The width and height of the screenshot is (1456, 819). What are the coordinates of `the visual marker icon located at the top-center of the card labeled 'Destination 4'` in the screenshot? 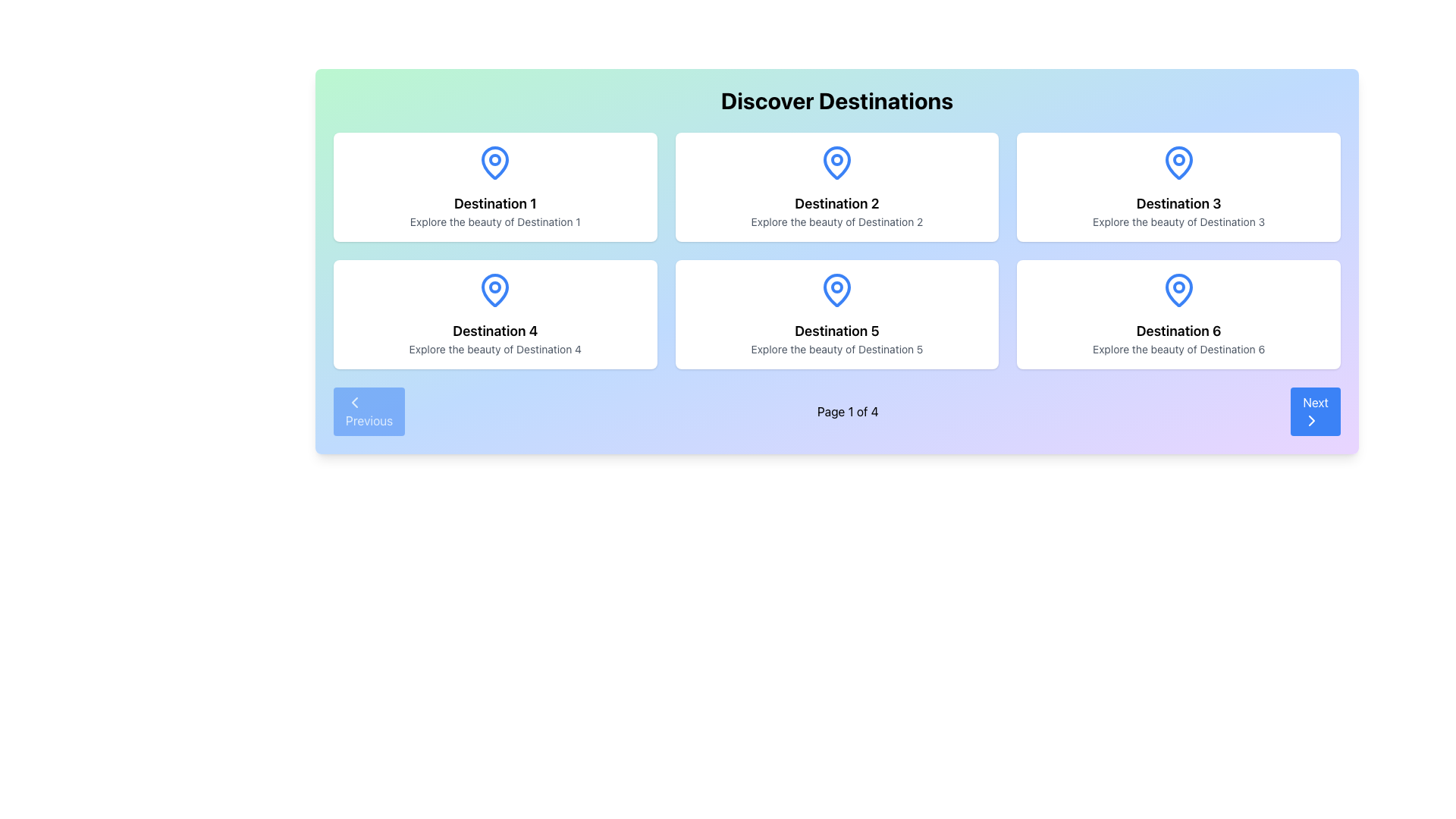 It's located at (495, 290).